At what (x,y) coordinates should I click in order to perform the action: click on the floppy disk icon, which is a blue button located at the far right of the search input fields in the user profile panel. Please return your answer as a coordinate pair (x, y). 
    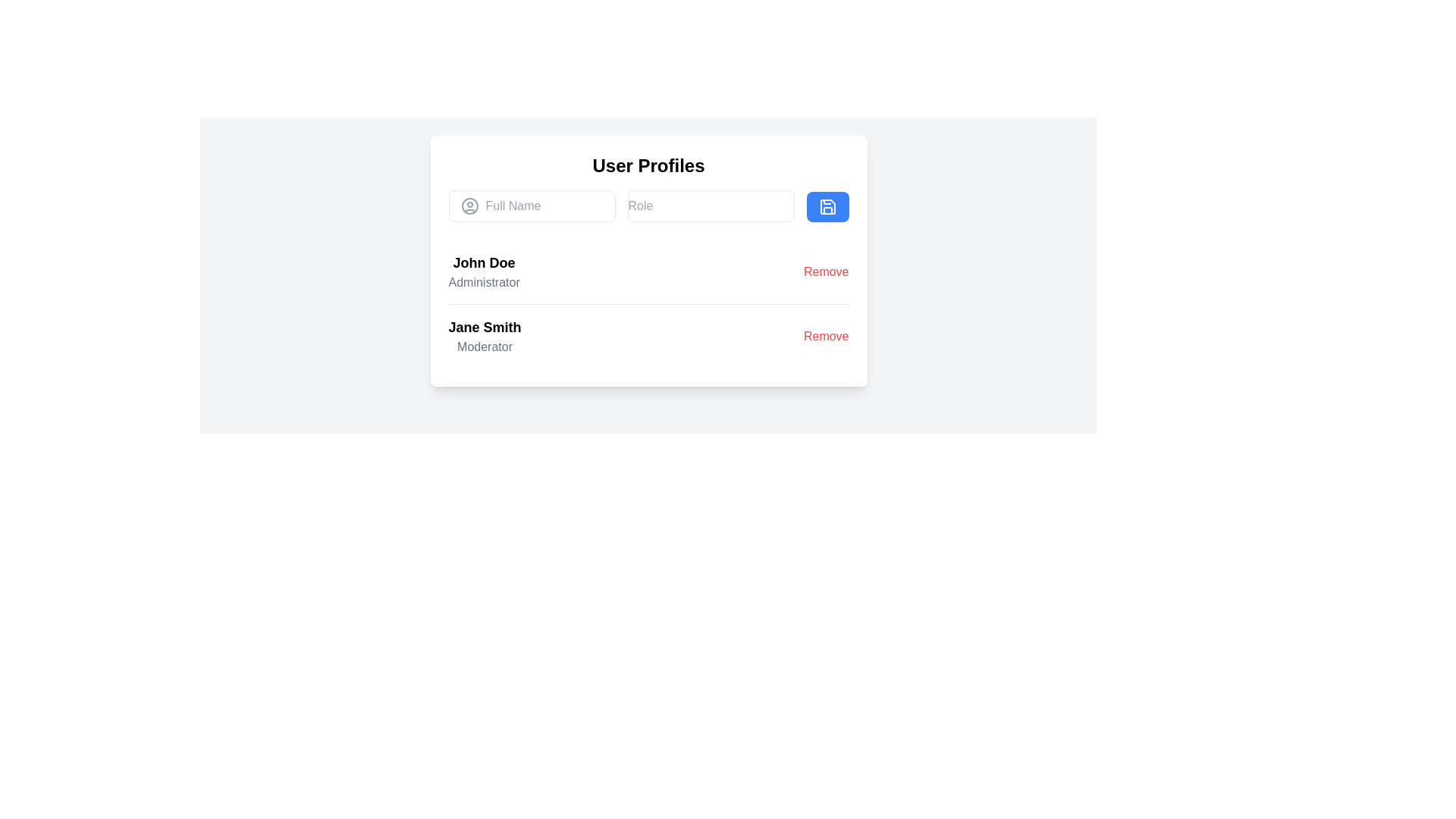
    Looking at the image, I should click on (827, 207).